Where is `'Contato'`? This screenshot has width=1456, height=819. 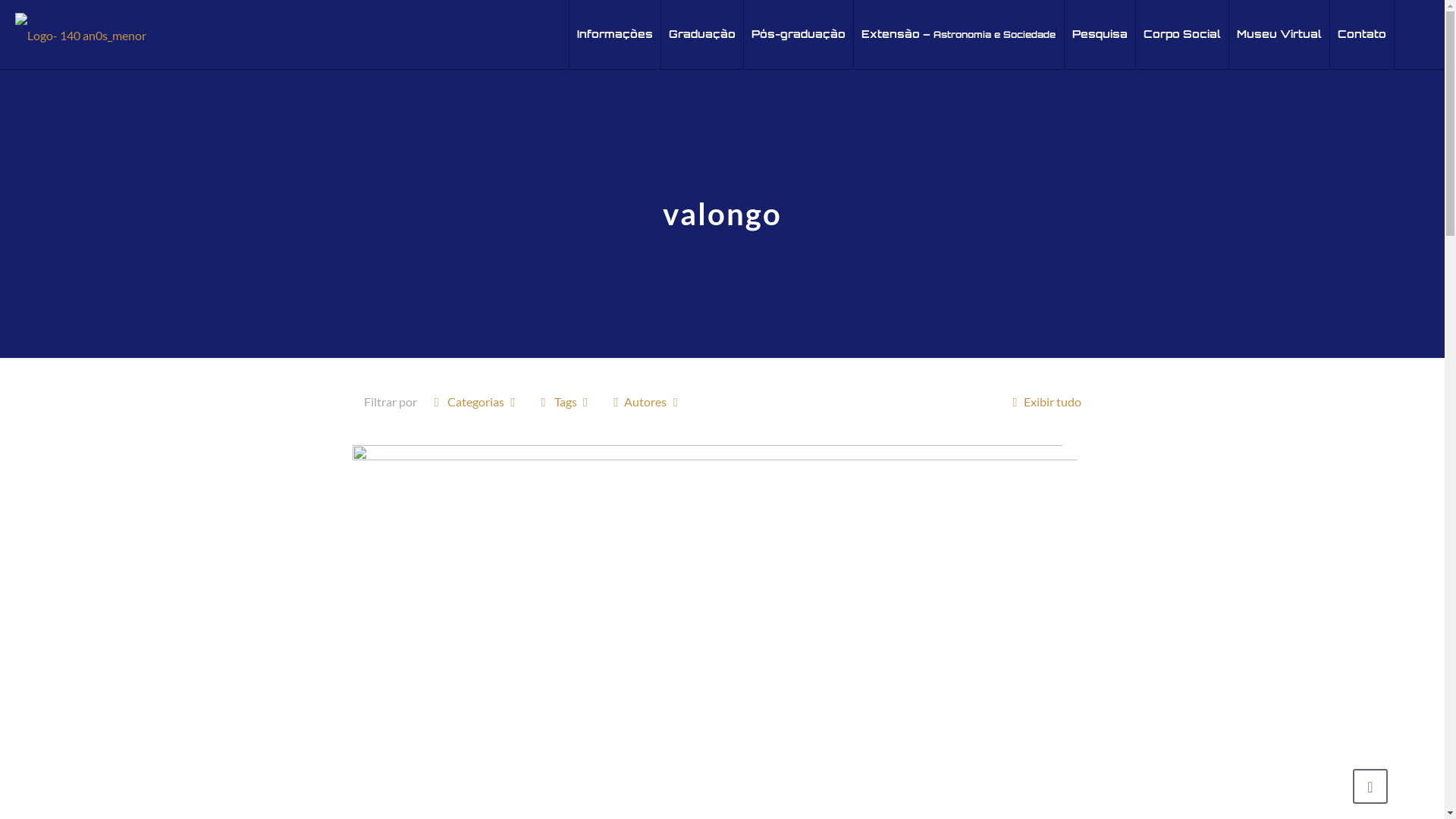
'Contato' is located at coordinates (1361, 34).